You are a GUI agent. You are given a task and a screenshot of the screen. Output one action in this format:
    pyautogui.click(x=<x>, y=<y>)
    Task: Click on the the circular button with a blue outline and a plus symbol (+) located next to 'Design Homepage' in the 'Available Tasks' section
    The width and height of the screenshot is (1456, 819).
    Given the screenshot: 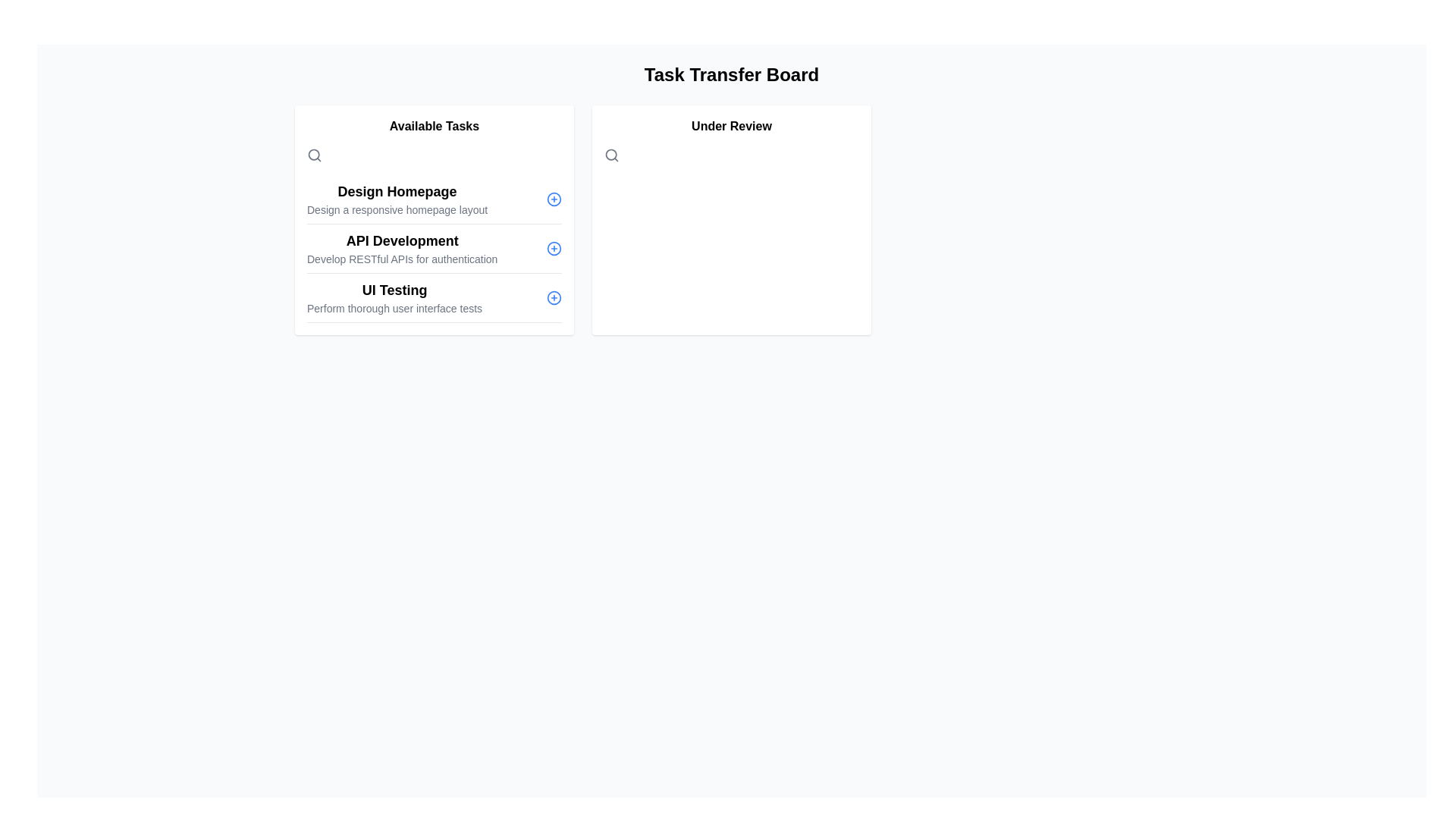 What is the action you would take?
    pyautogui.click(x=553, y=198)
    